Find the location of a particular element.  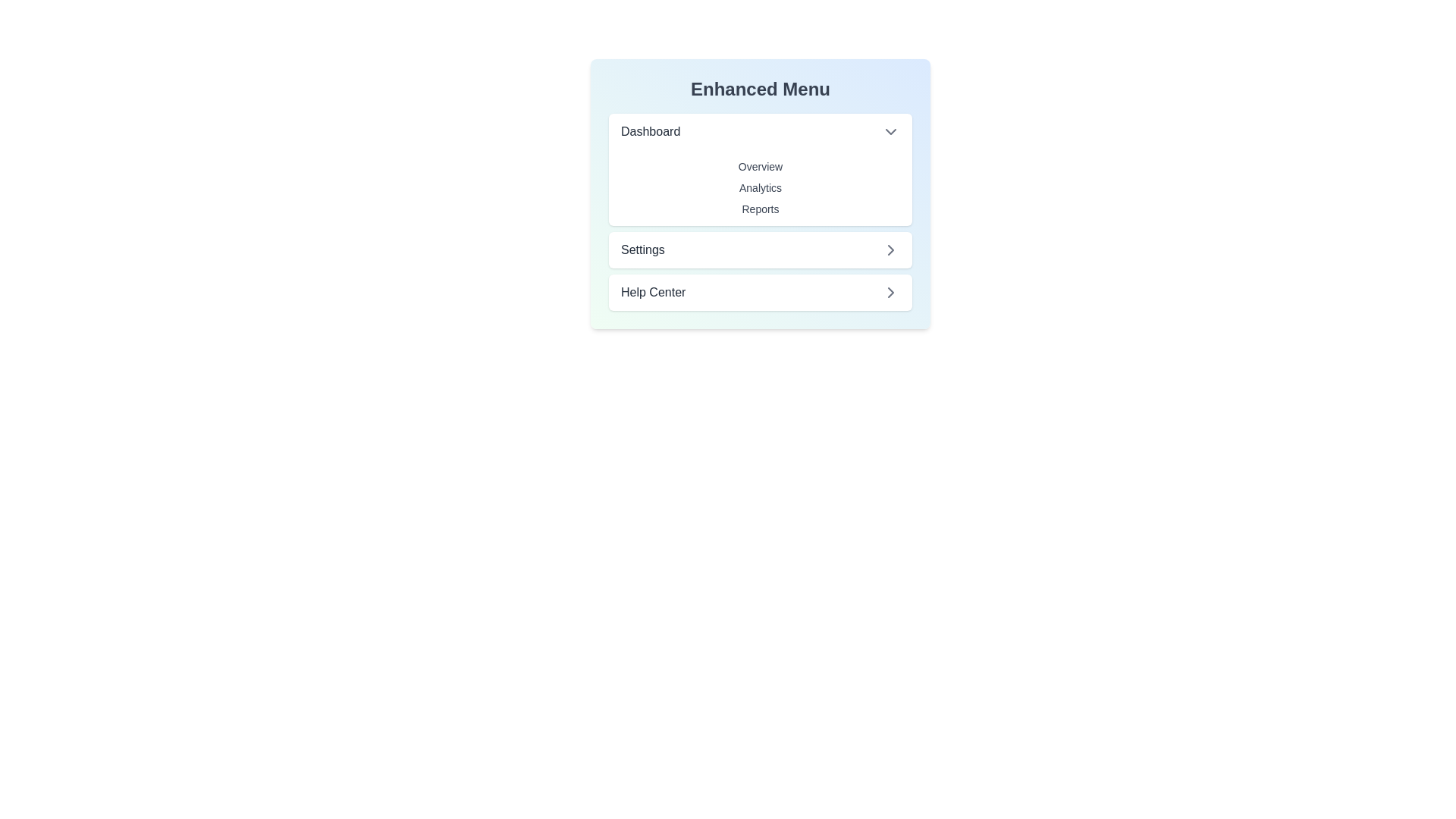

the first drop-down section labeled 'Dashboard' in the collapsible menu is located at coordinates (761, 169).